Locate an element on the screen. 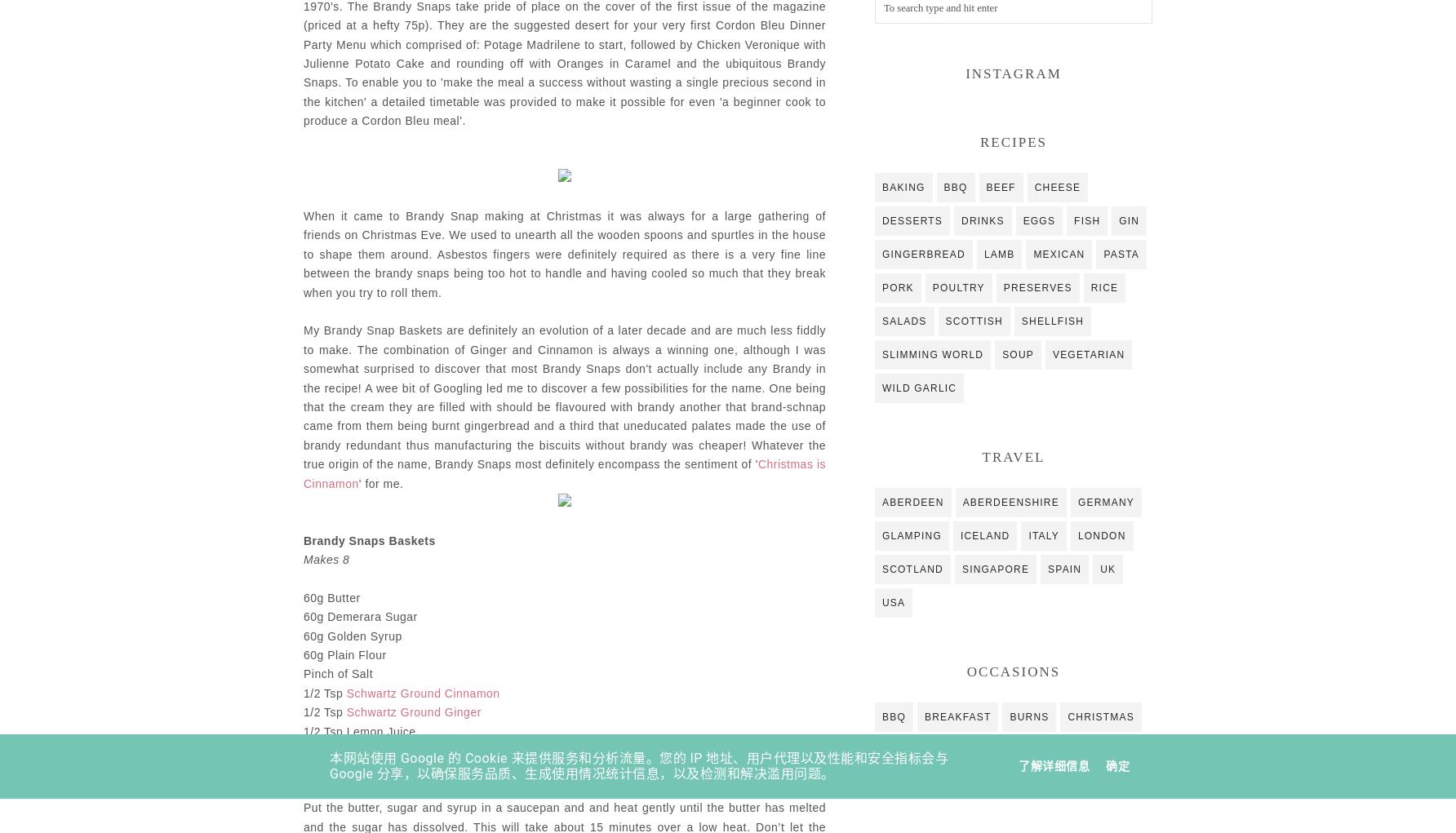  'breakfast' is located at coordinates (957, 715).